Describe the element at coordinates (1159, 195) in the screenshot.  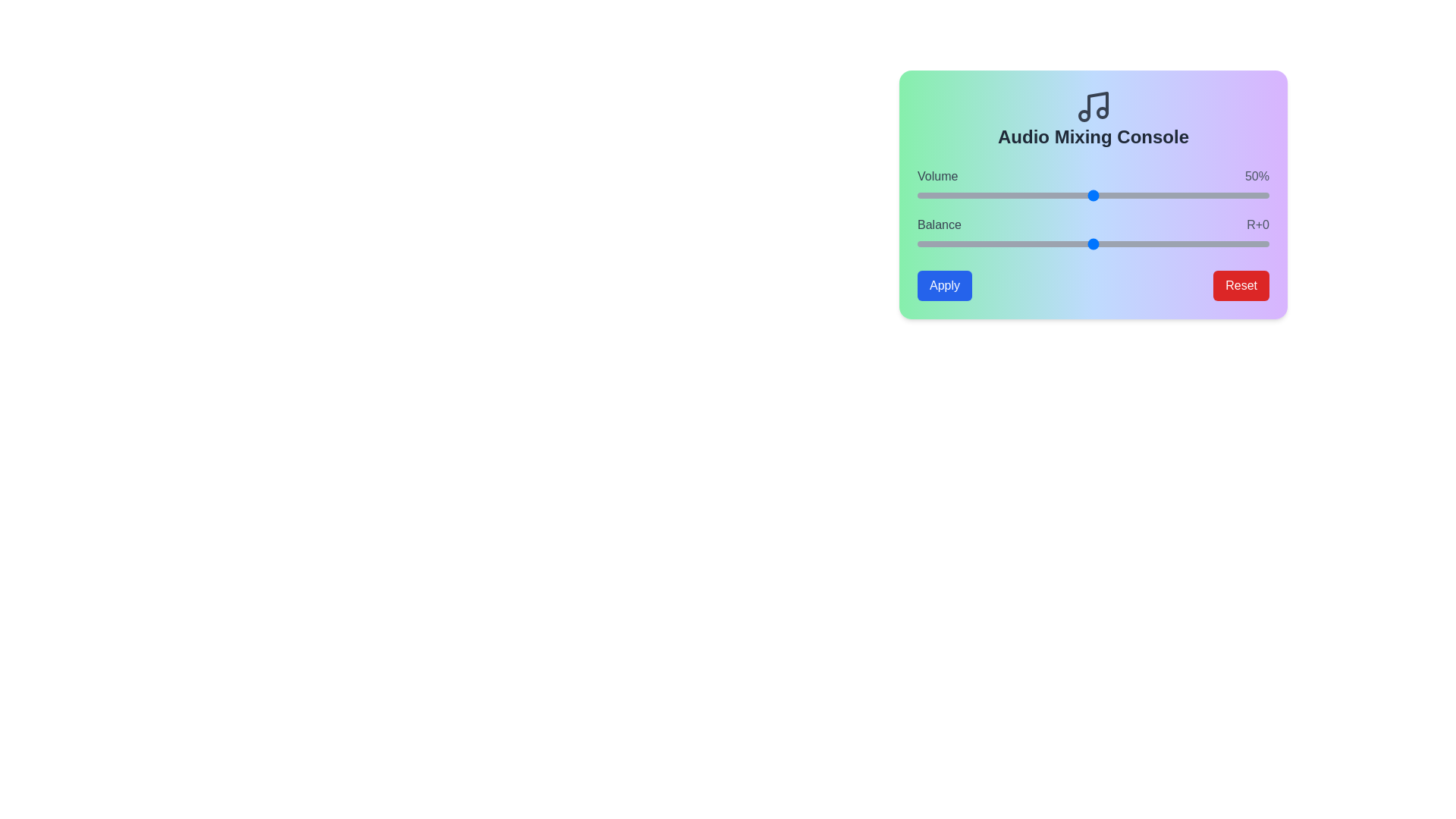
I see `the slider` at that location.